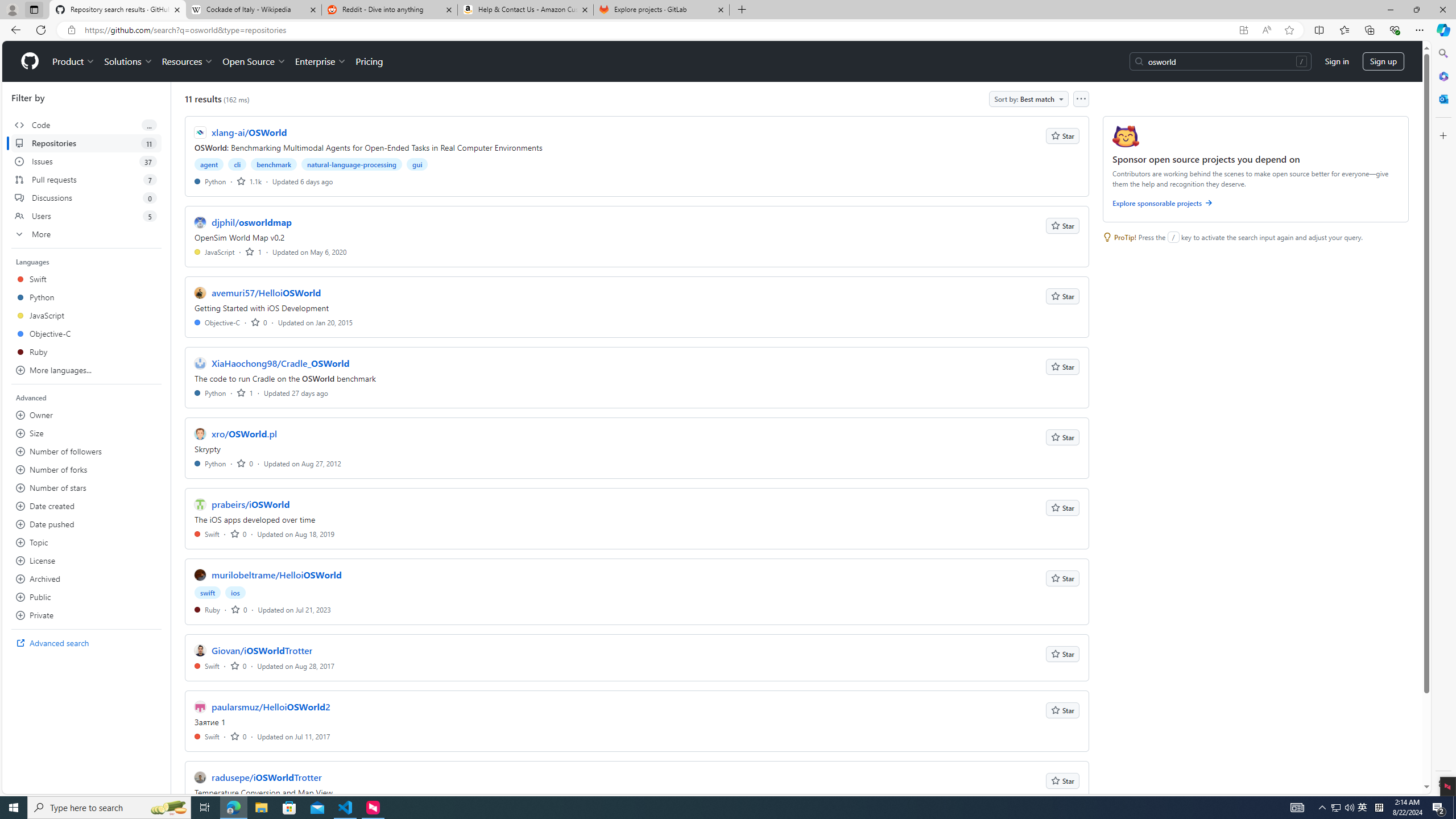  Describe the element at coordinates (1416, 9) in the screenshot. I see `'Restore'` at that location.